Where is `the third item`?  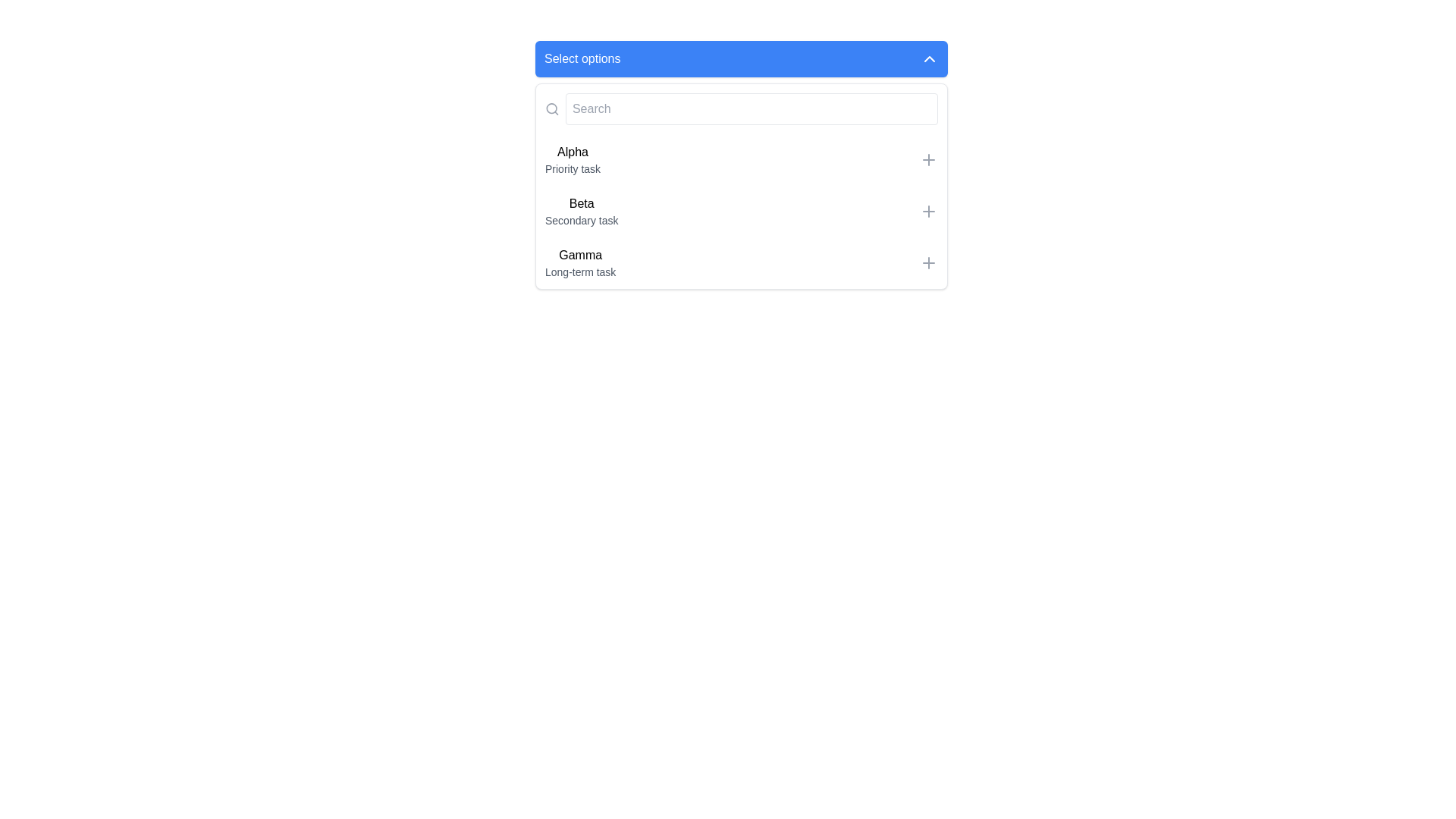
the third item is located at coordinates (579, 262).